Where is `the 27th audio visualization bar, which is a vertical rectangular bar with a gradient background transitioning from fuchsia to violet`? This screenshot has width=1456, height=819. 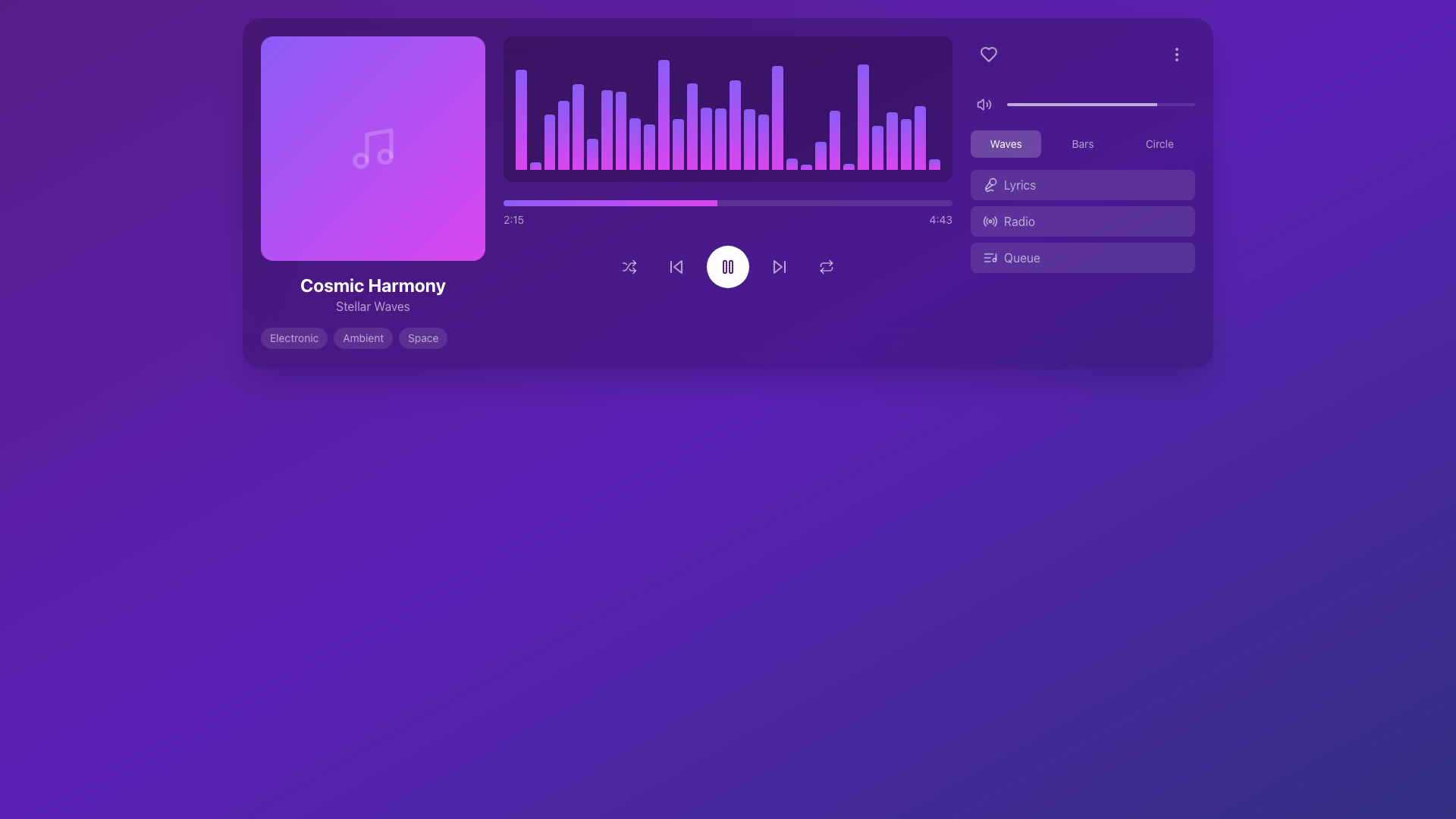 the 27th audio visualization bar, which is a vertical rectangular bar with a gradient background transitioning from fuchsia to violet is located at coordinates (905, 144).